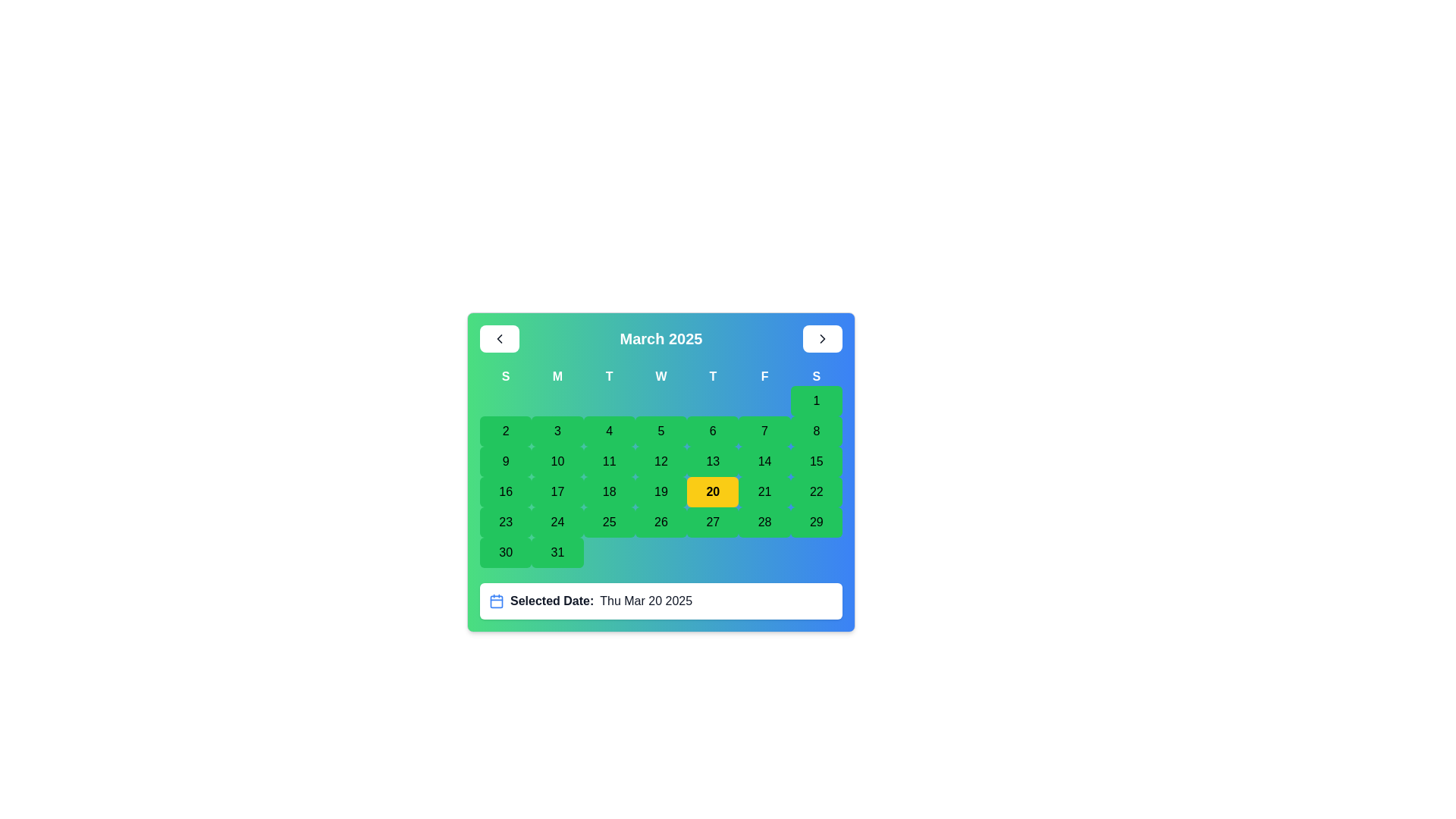 The width and height of the screenshot is (1456, 819). I want to click on the button representing the calendar date March 5, 2025, so click(661, 431).